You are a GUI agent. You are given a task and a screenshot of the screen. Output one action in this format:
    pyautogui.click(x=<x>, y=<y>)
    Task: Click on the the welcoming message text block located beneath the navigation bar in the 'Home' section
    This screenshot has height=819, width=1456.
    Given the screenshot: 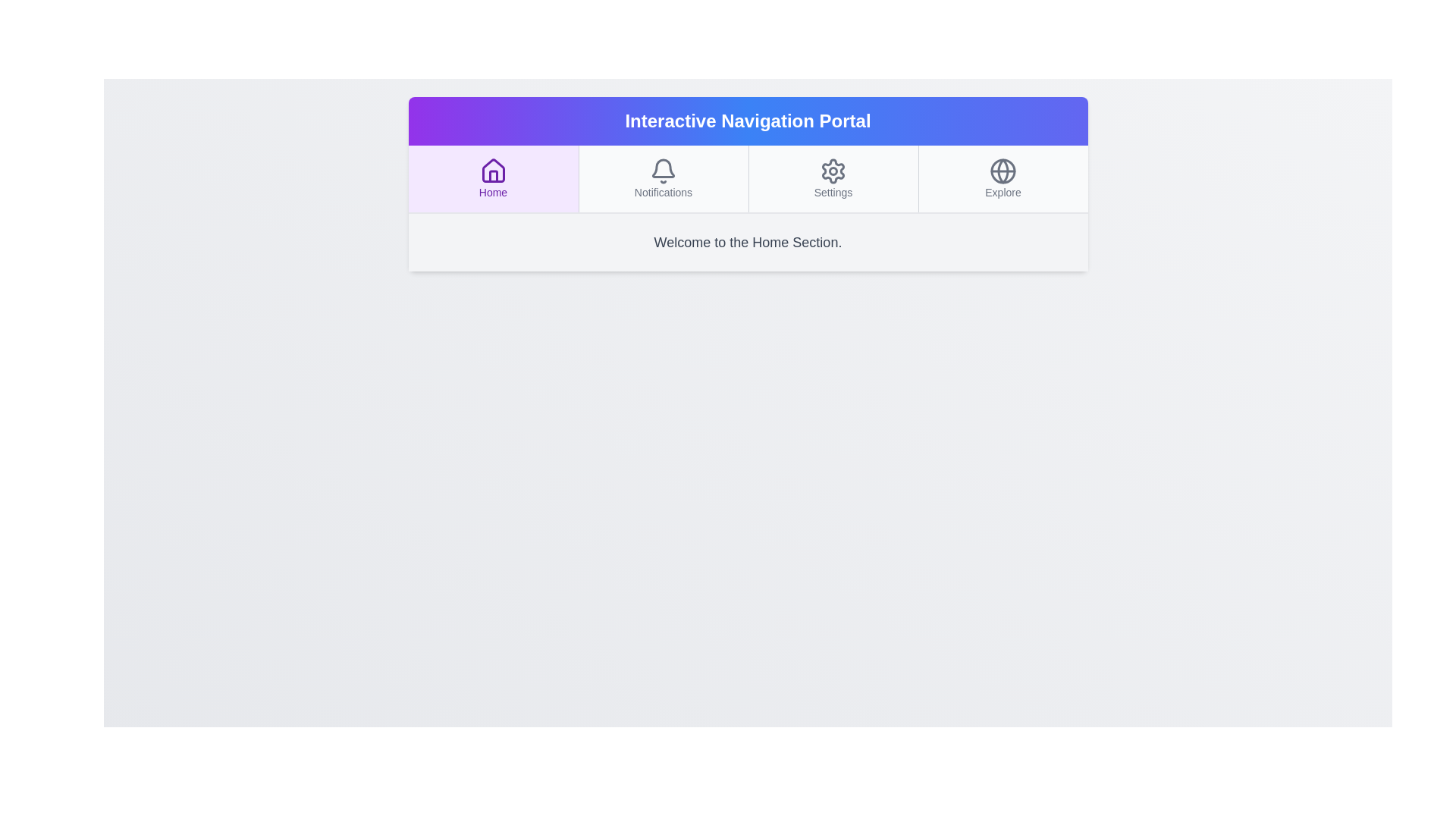 What is the action you would take?
    pyautogui.click(x=748, y=242)
    